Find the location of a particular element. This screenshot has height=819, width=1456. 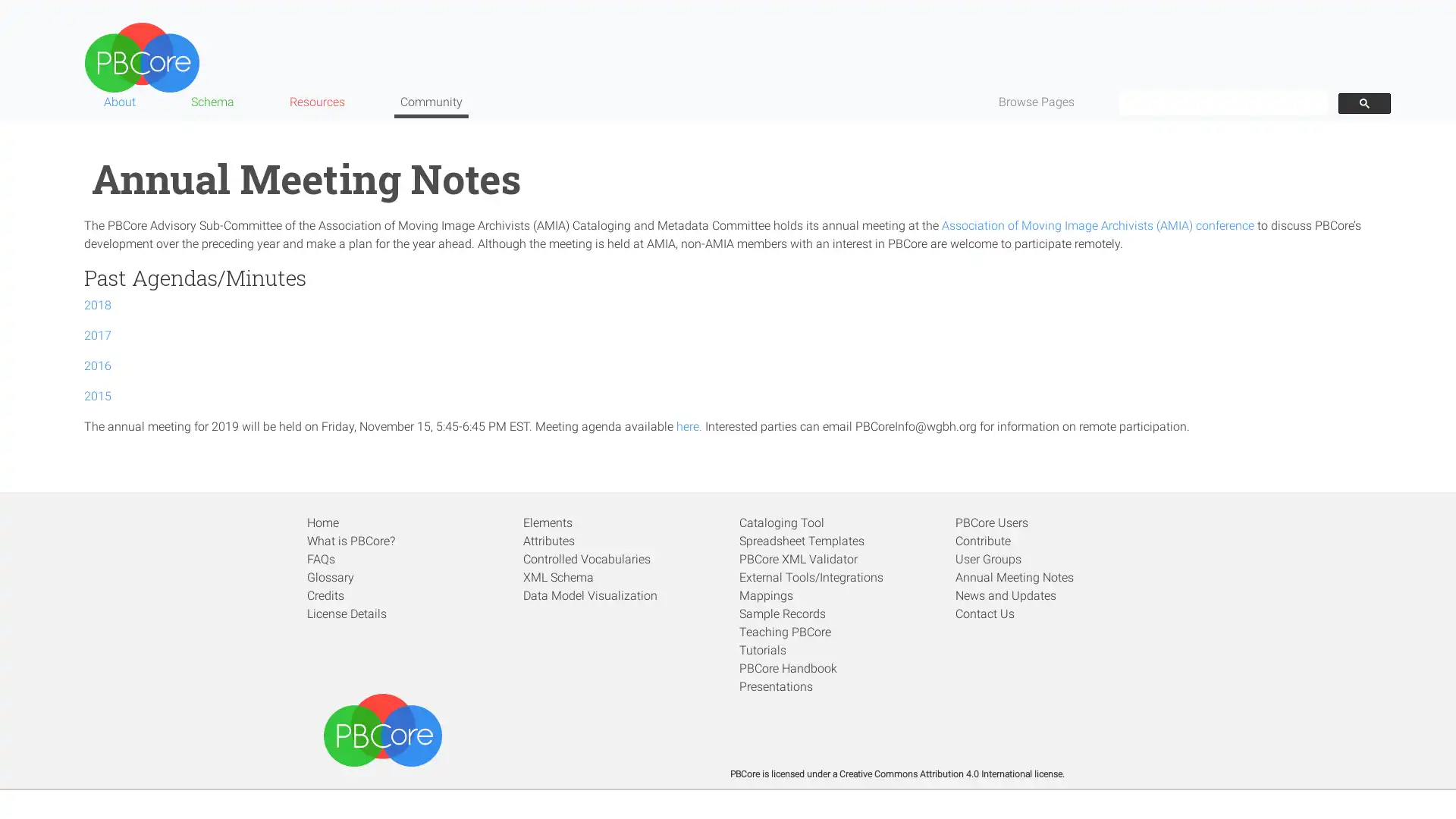

search is located at coordinates (1364, 102).